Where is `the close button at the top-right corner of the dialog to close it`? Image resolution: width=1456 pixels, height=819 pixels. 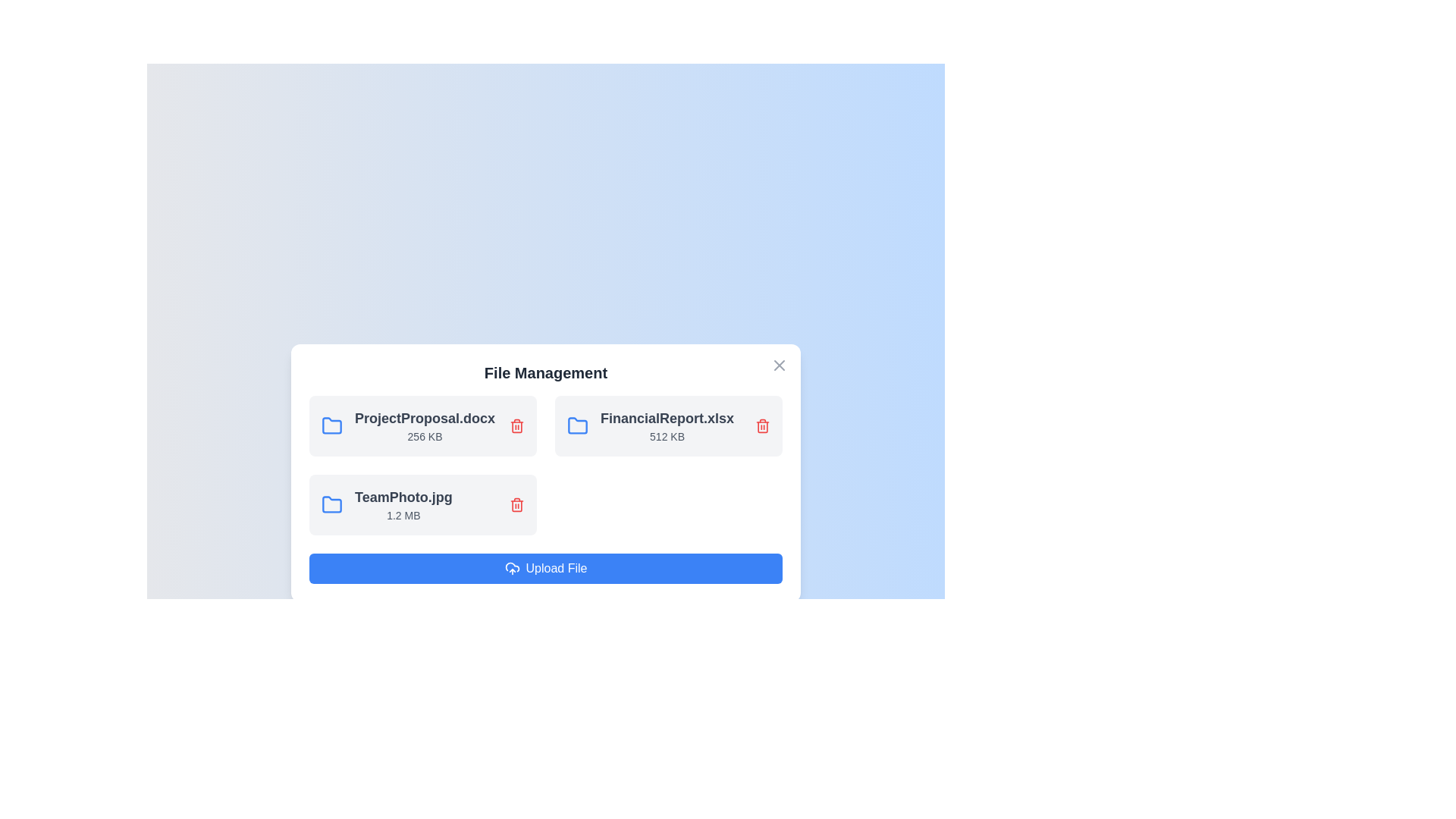 the close button at the top-right corner of the dialog to close it is located at coordinates (779, 366).